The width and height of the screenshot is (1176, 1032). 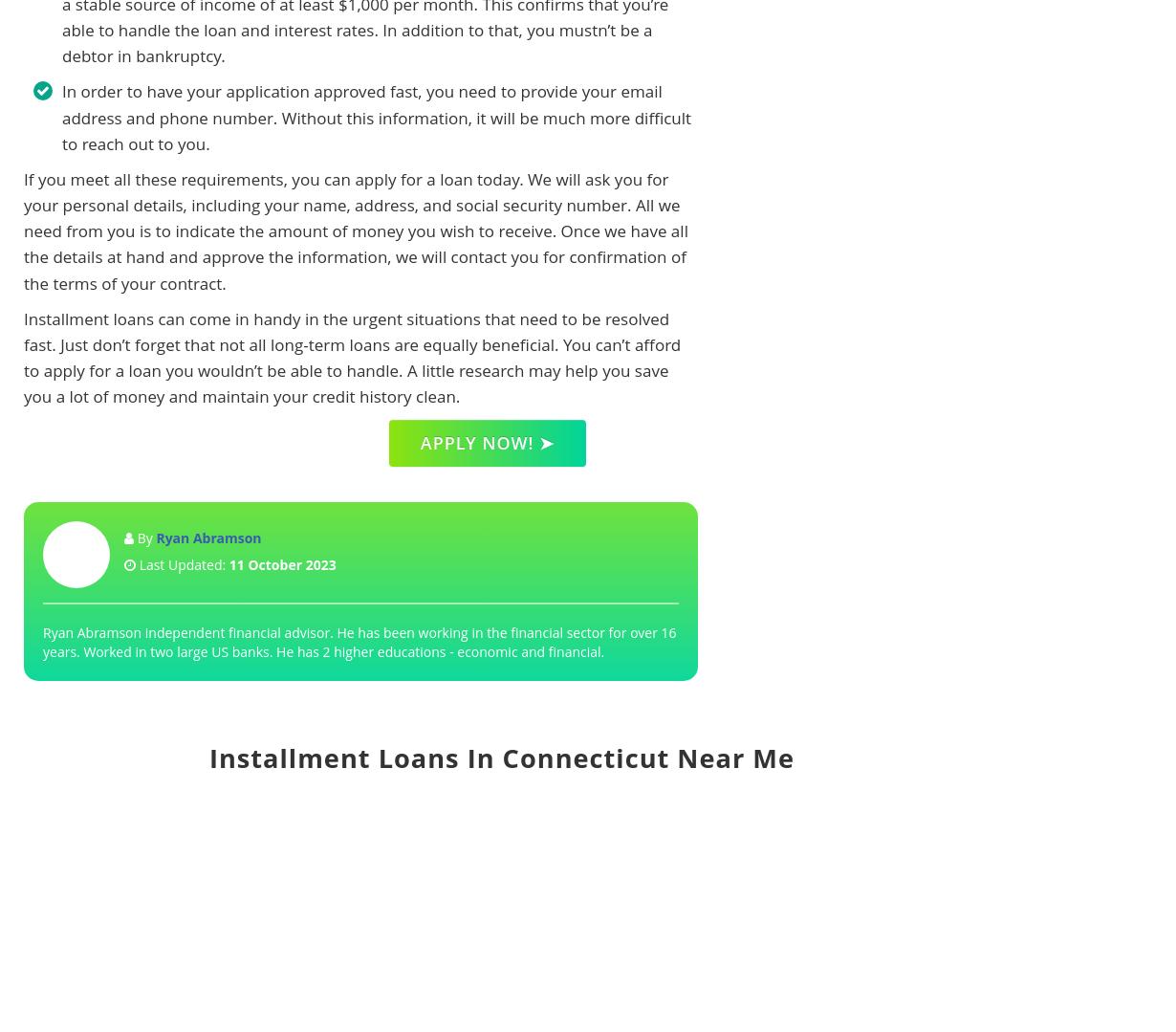 I want to click on 'By', so click(x=144, y=537).